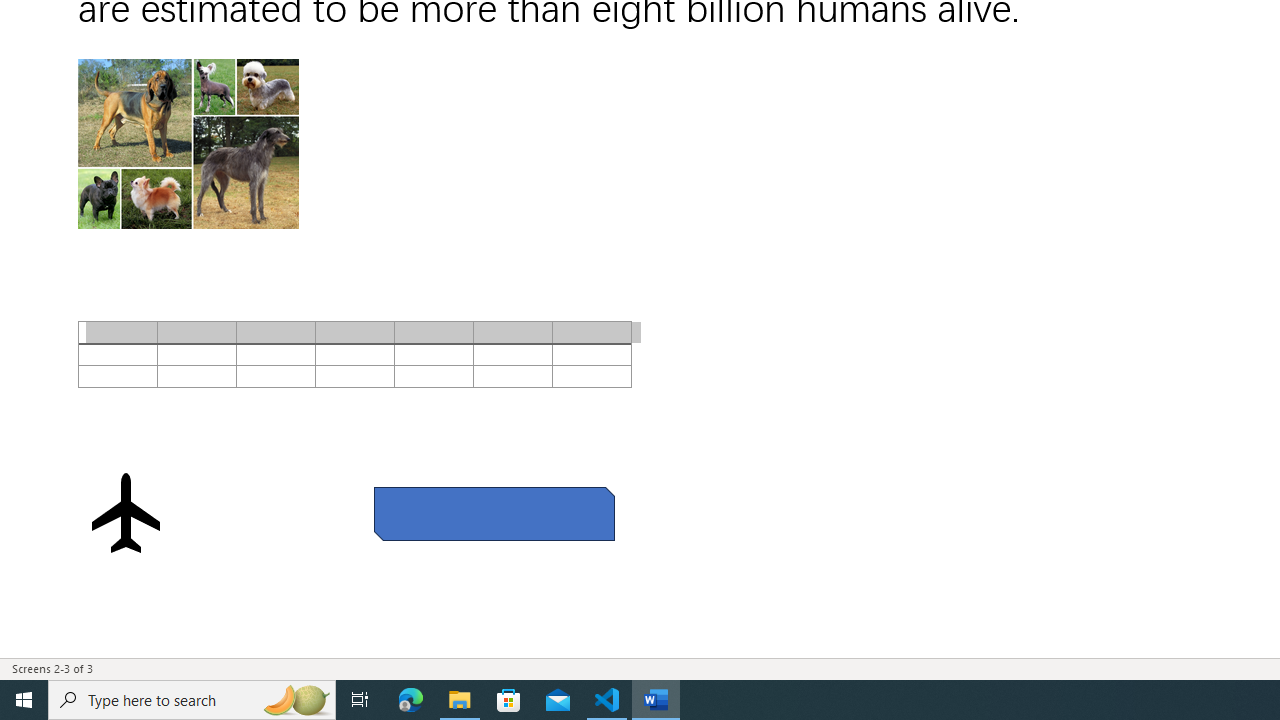  What do you see at coordinates (494, 512) in the screenshot?
I see `'Rectangle: Diagonal Corners Snipped 2'` at bounding box center [494, 512].